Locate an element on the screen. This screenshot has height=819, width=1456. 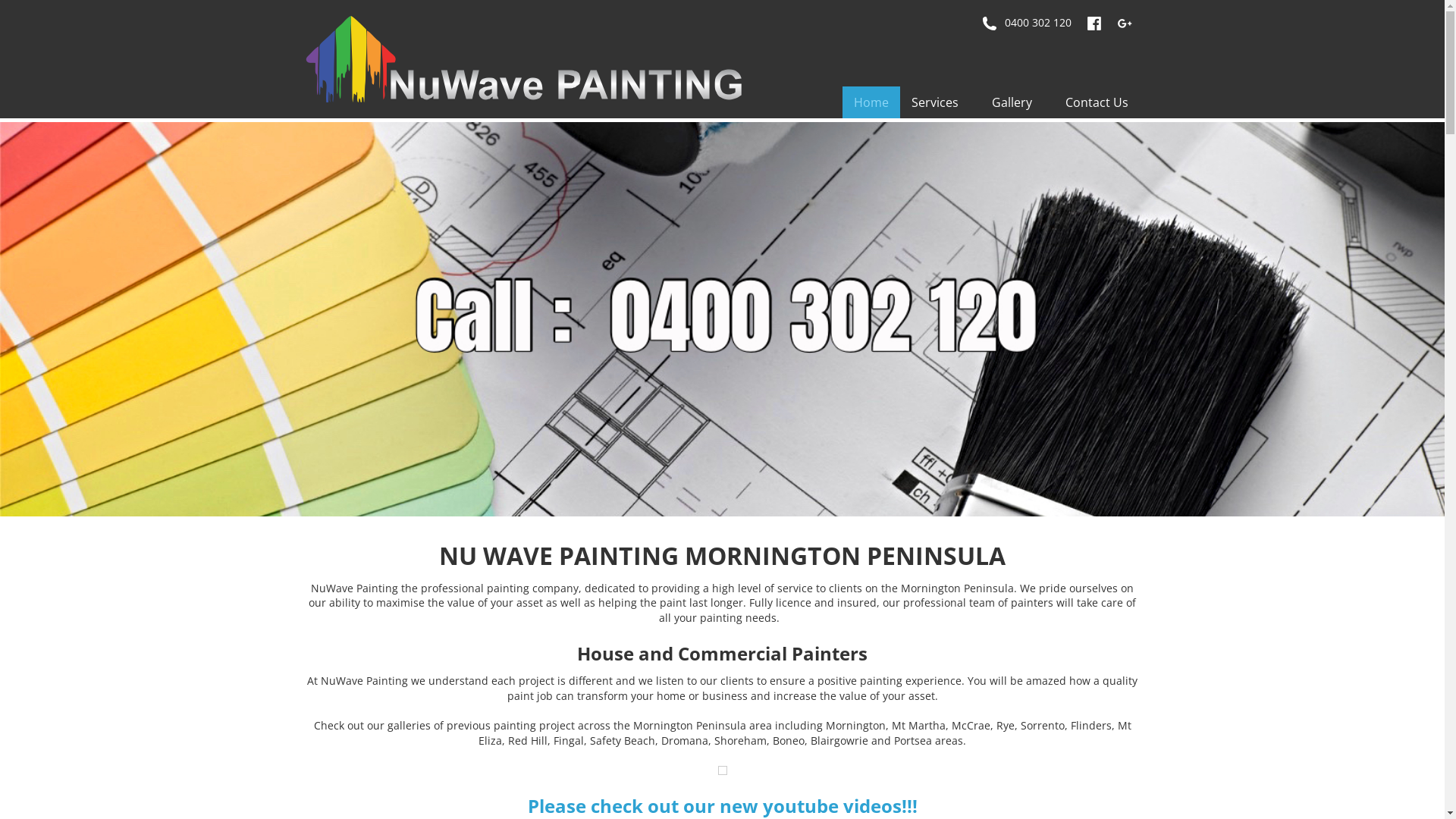
'Please check out our new youtube videos!!!' is located at coordinates (722, 805).